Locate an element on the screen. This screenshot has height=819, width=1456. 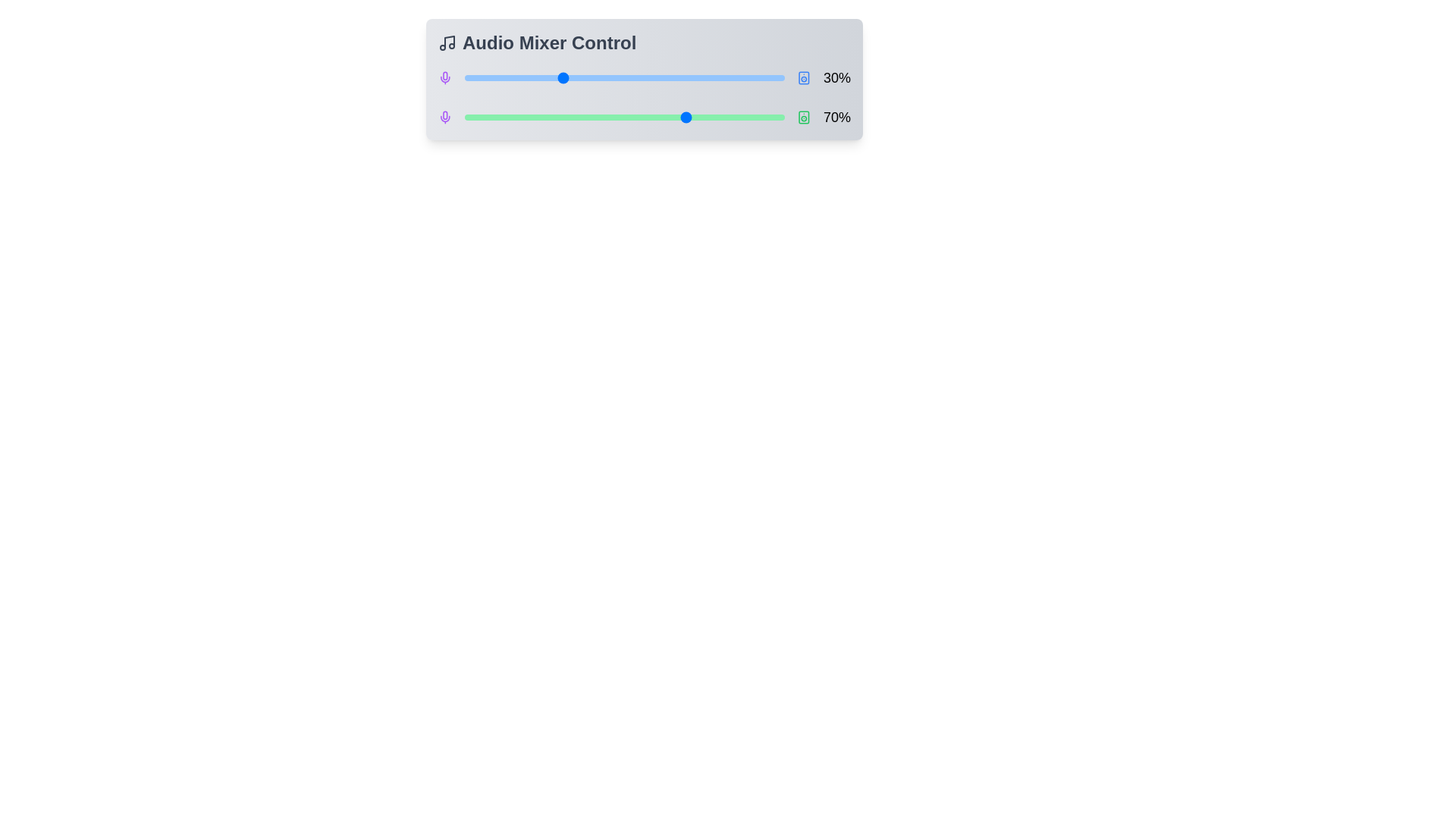
the microphone icon with a purple outline located immediately to the left of the blue slider bar marked at 30% is located at coordinates (444, 78).